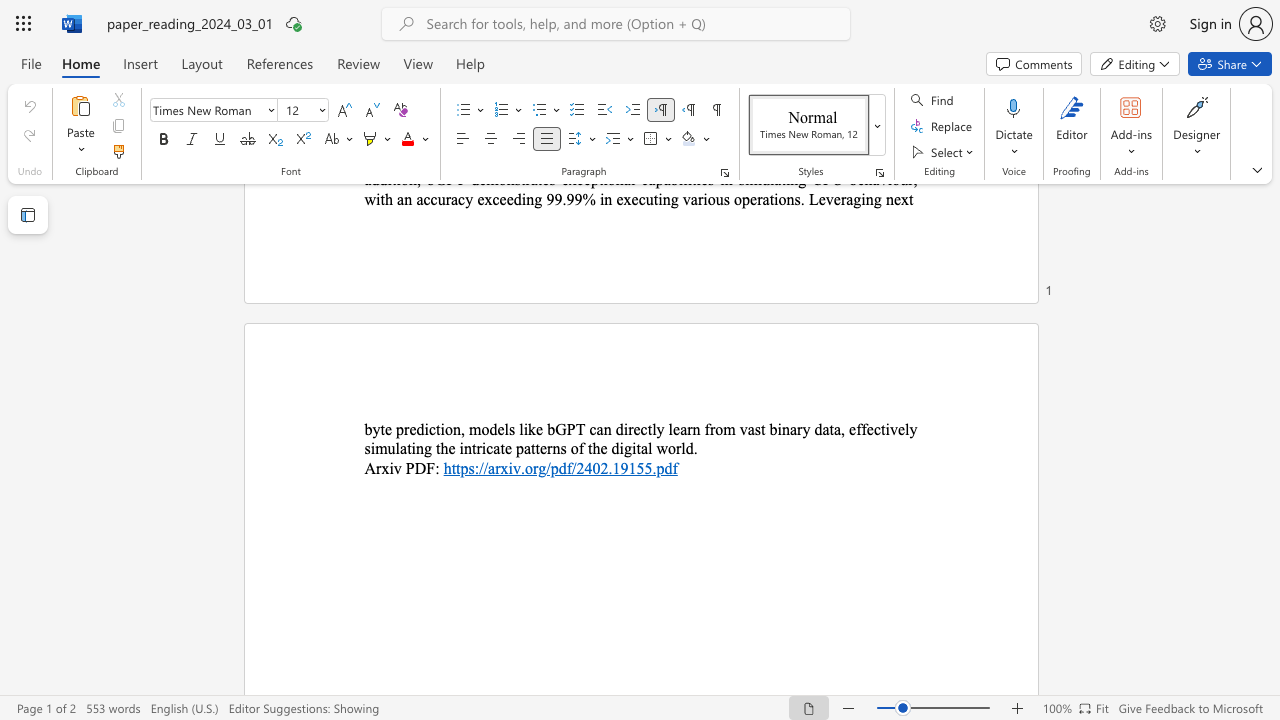  I want to click on the subset text "f/2402.19155." within the text "https://arxiv.org/pdf/2402.19155.pdf", so click(565, 468).